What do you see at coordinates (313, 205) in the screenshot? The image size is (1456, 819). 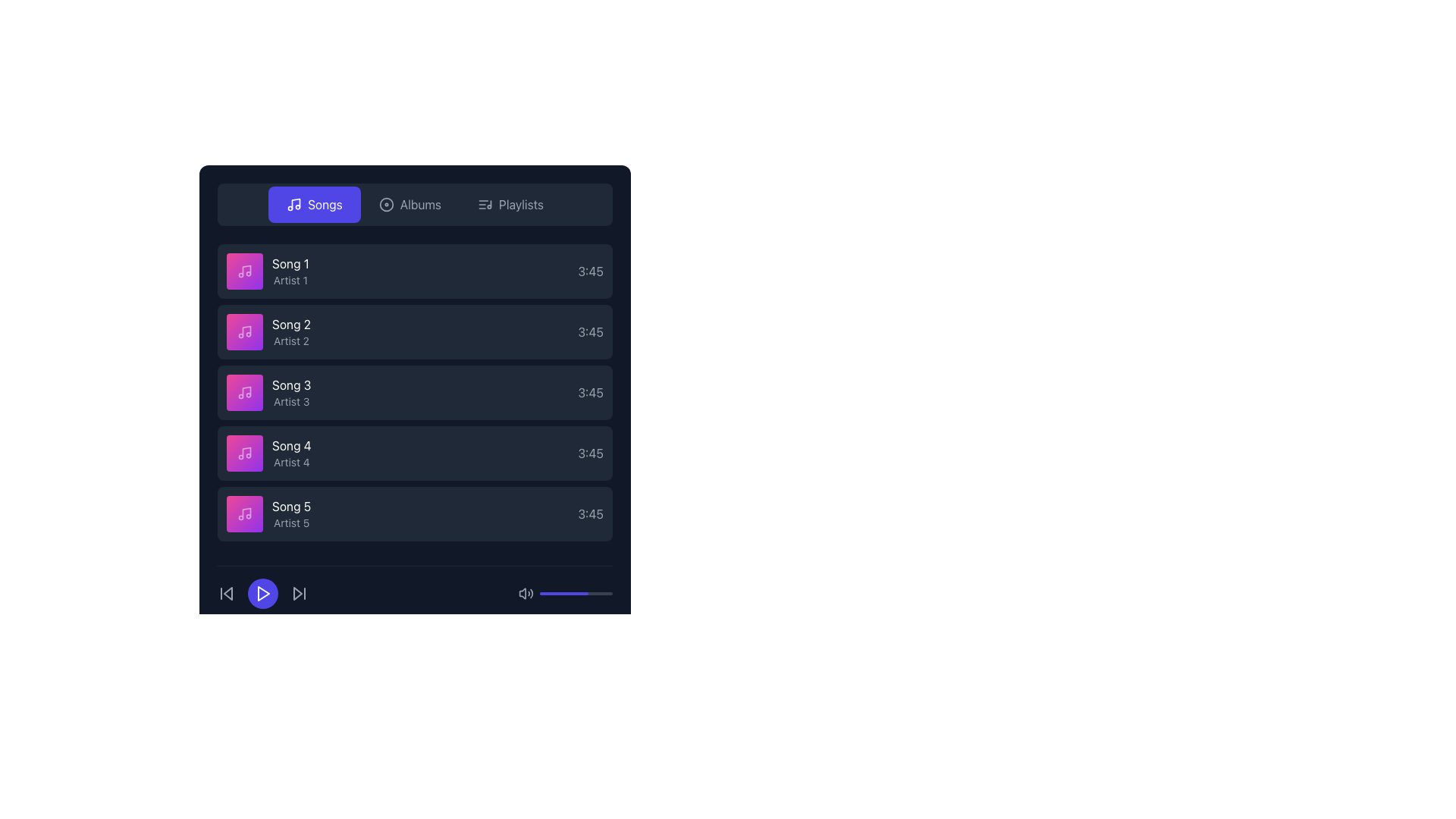 I see `the 'Songs' button, which is a rectangular clickable button with a vivid indigo background and white text` at bounding box center [313, 205].